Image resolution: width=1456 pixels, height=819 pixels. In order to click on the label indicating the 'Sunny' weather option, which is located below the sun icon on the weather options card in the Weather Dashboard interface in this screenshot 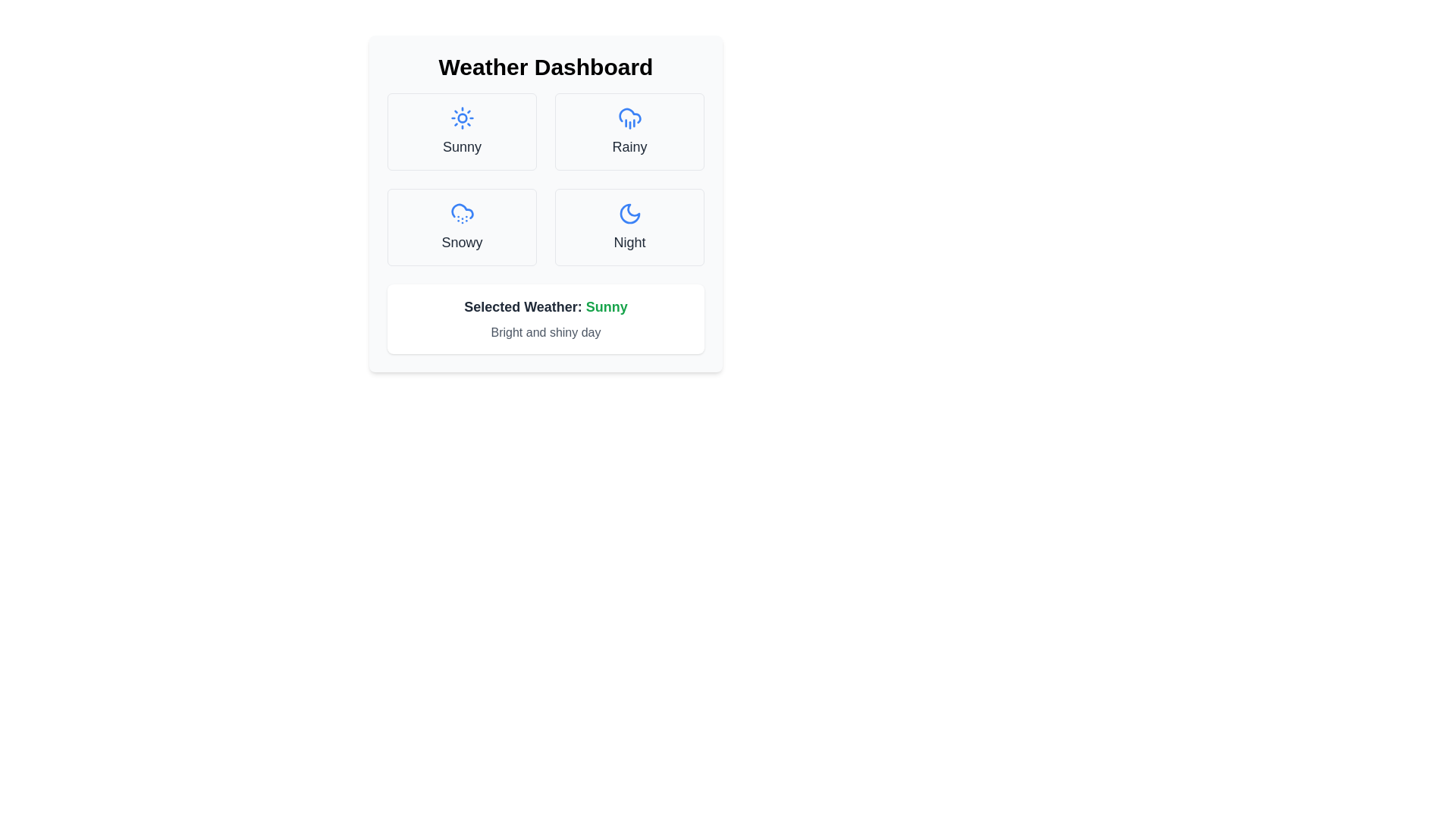, I will do `click(461, 146)`.